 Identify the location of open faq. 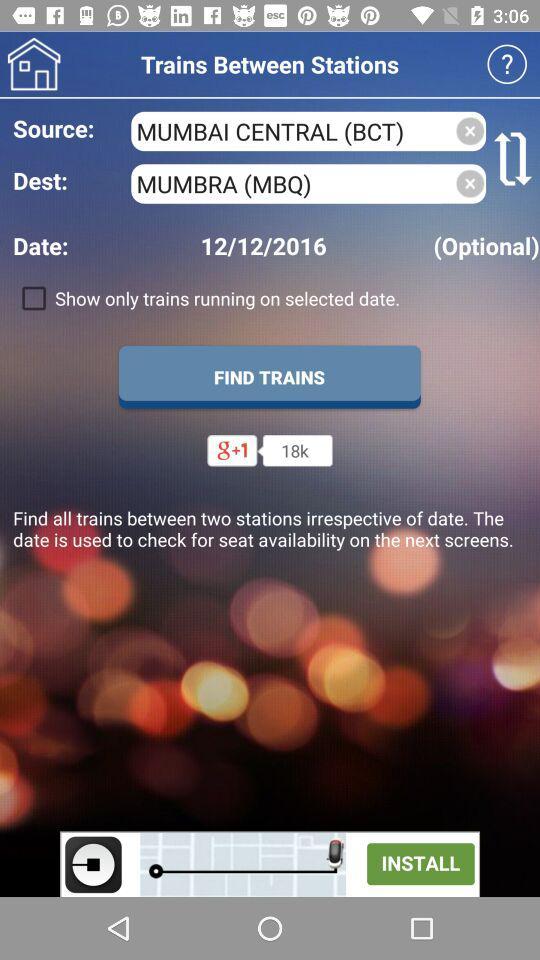
(507, 64).